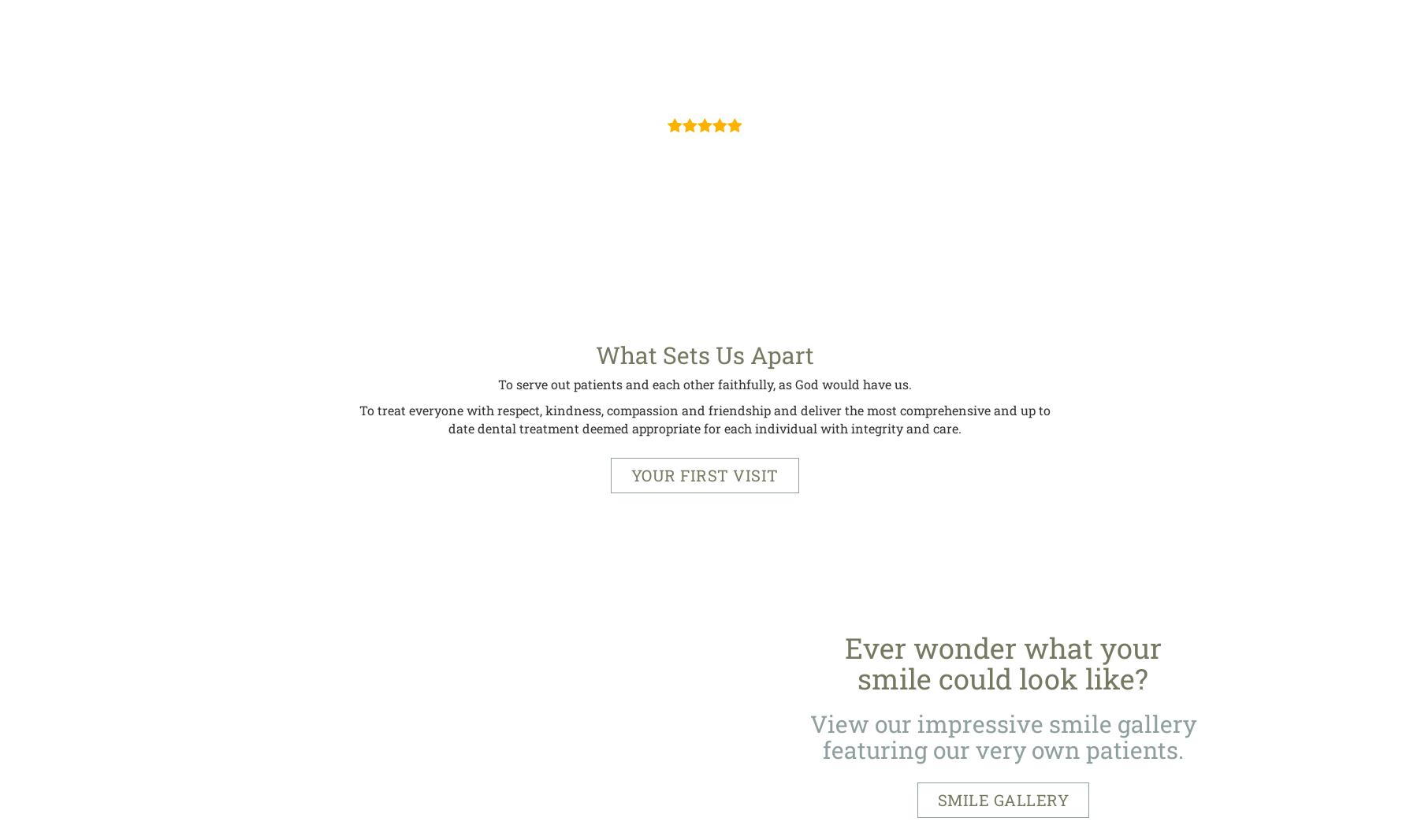 The height and width of the screenshot is (840, 1421). What do you see at coordinates (705, 81) in the screenshot?
I see `'Oct 2023'` at bounding box center [705, 81].